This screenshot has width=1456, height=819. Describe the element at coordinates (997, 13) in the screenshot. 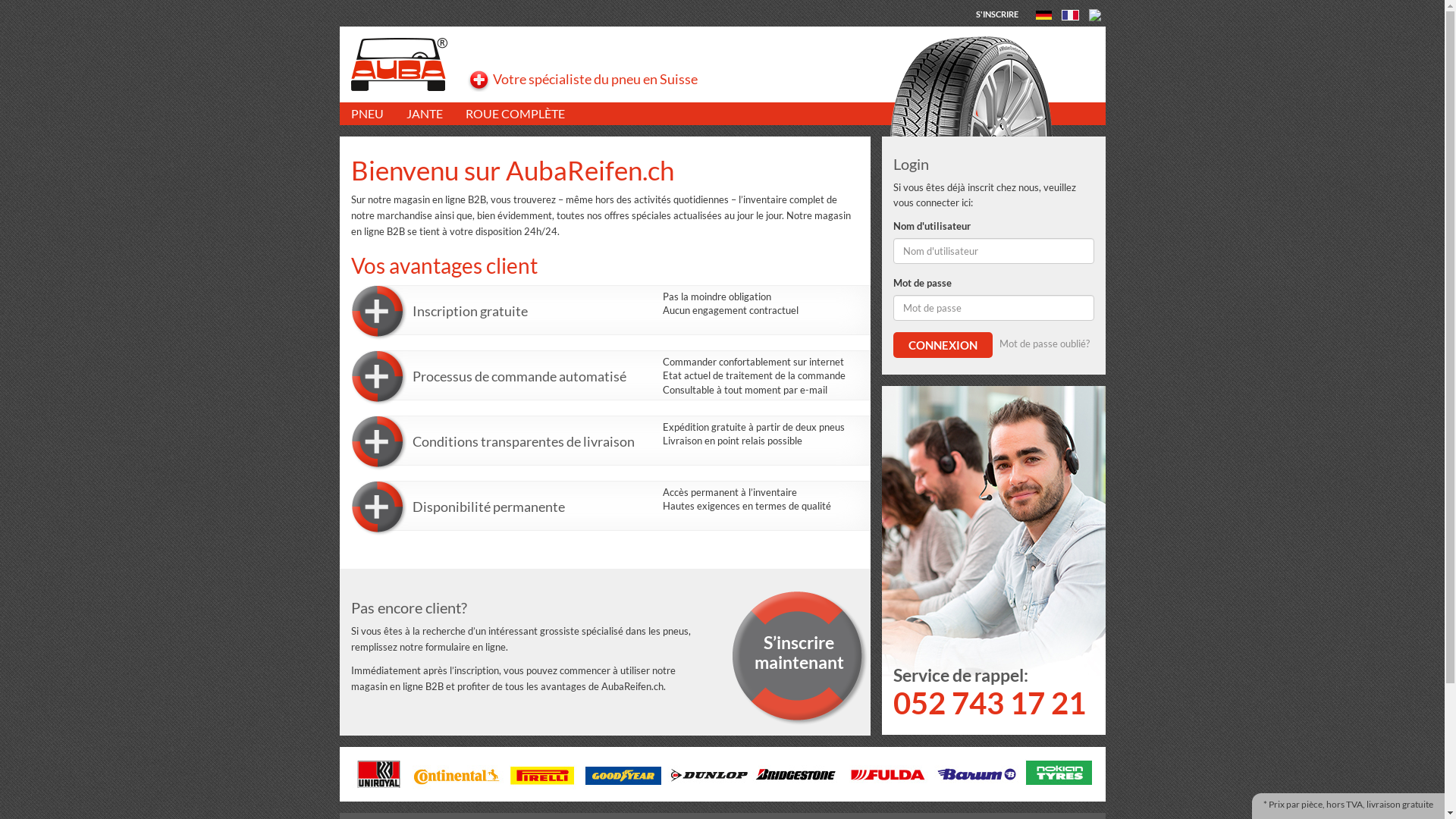

I see `'S'INSCRIRE'` at that location.